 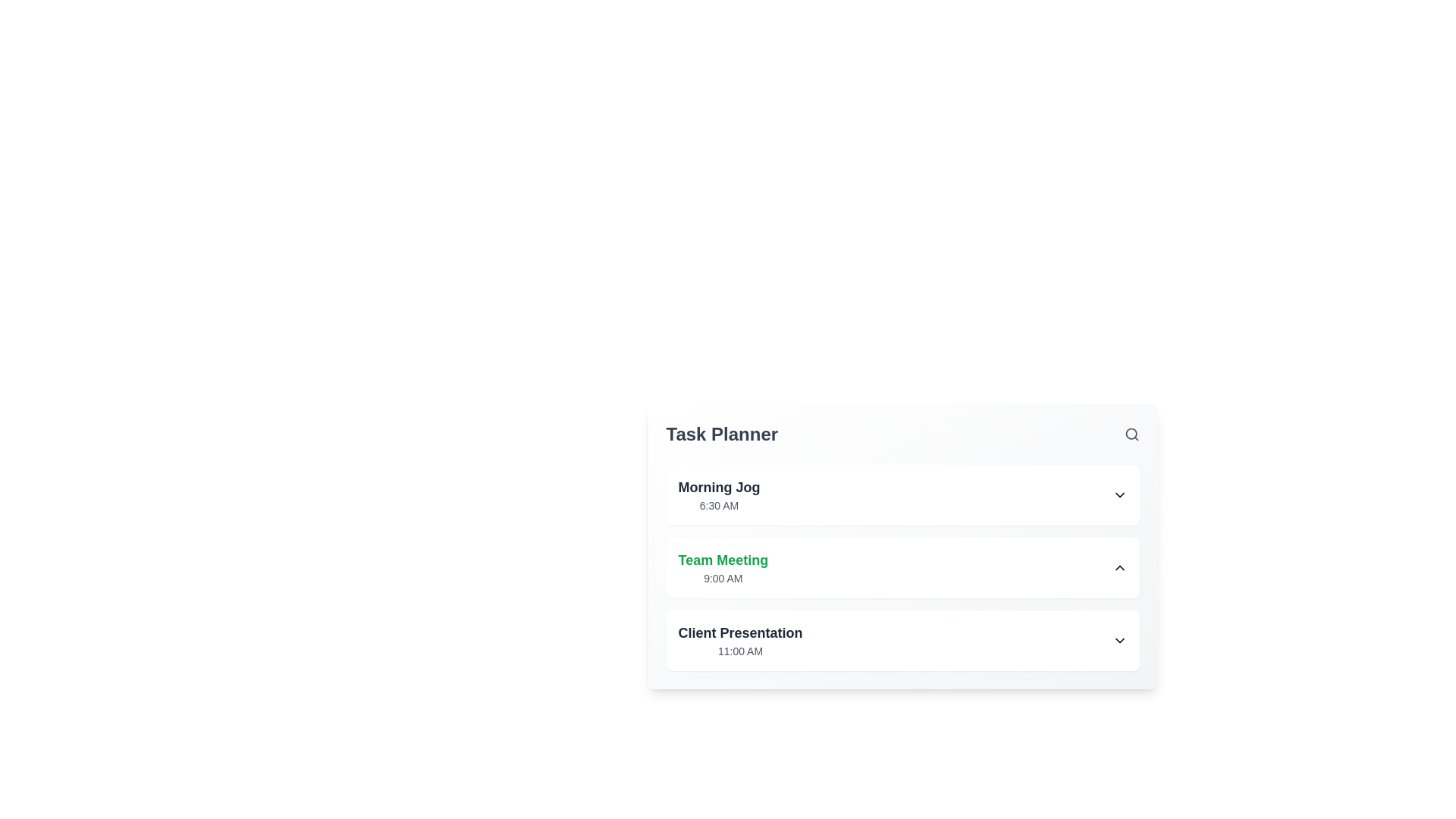 What do you see at coordinates (1119, 640) in the screenshot?
I see `the small black chevron down icon located next to the 'Client Presentation' title` at bounding box center [1119, 640].